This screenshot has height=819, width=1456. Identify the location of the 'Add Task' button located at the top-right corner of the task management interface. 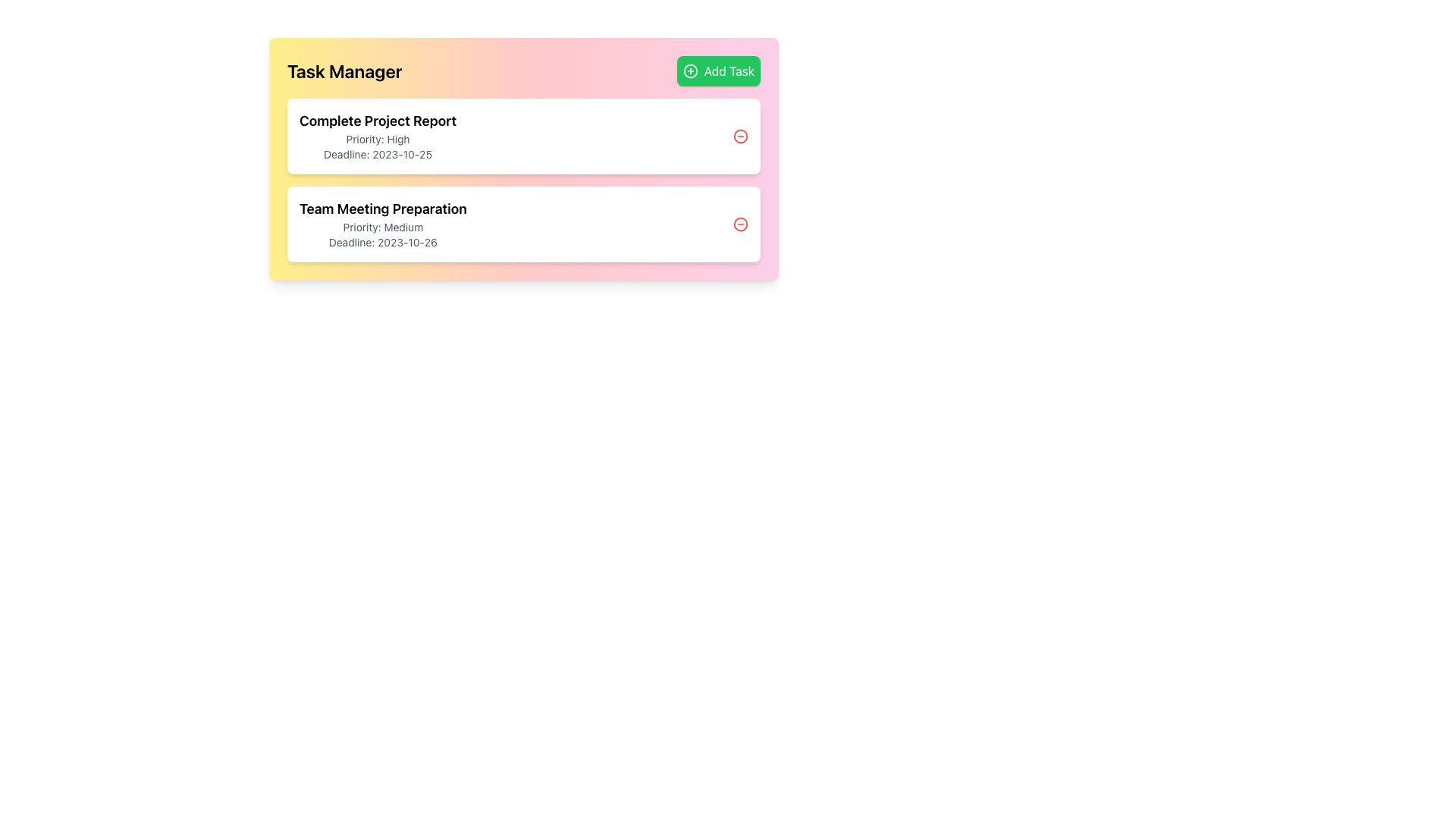
(717, 71).